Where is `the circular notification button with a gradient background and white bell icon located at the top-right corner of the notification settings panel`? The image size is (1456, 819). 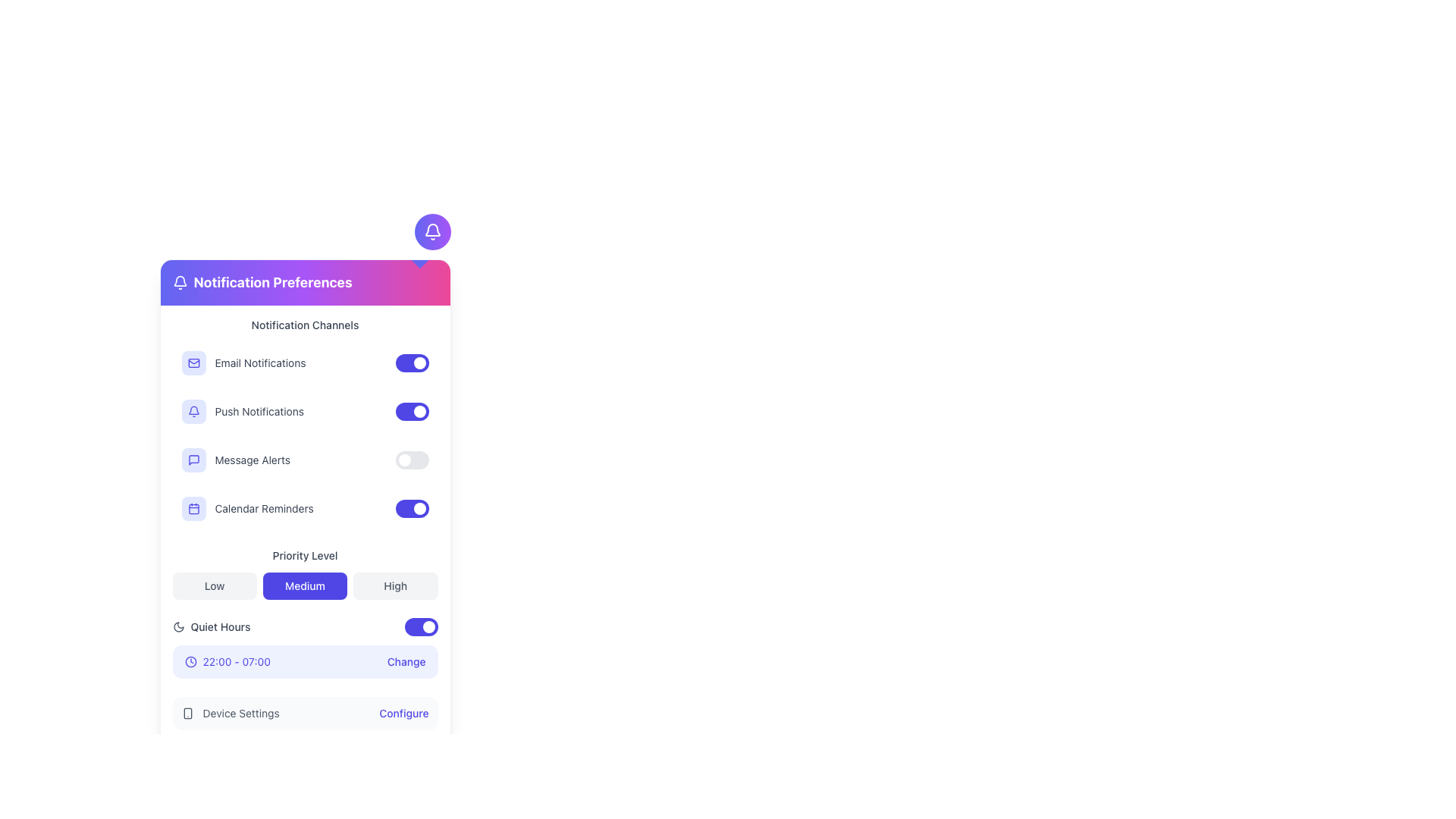
the circular notification button with a gradient background and white bell icon located at the top-right corner of the notification settings panel is located at coordinates (431, 231).